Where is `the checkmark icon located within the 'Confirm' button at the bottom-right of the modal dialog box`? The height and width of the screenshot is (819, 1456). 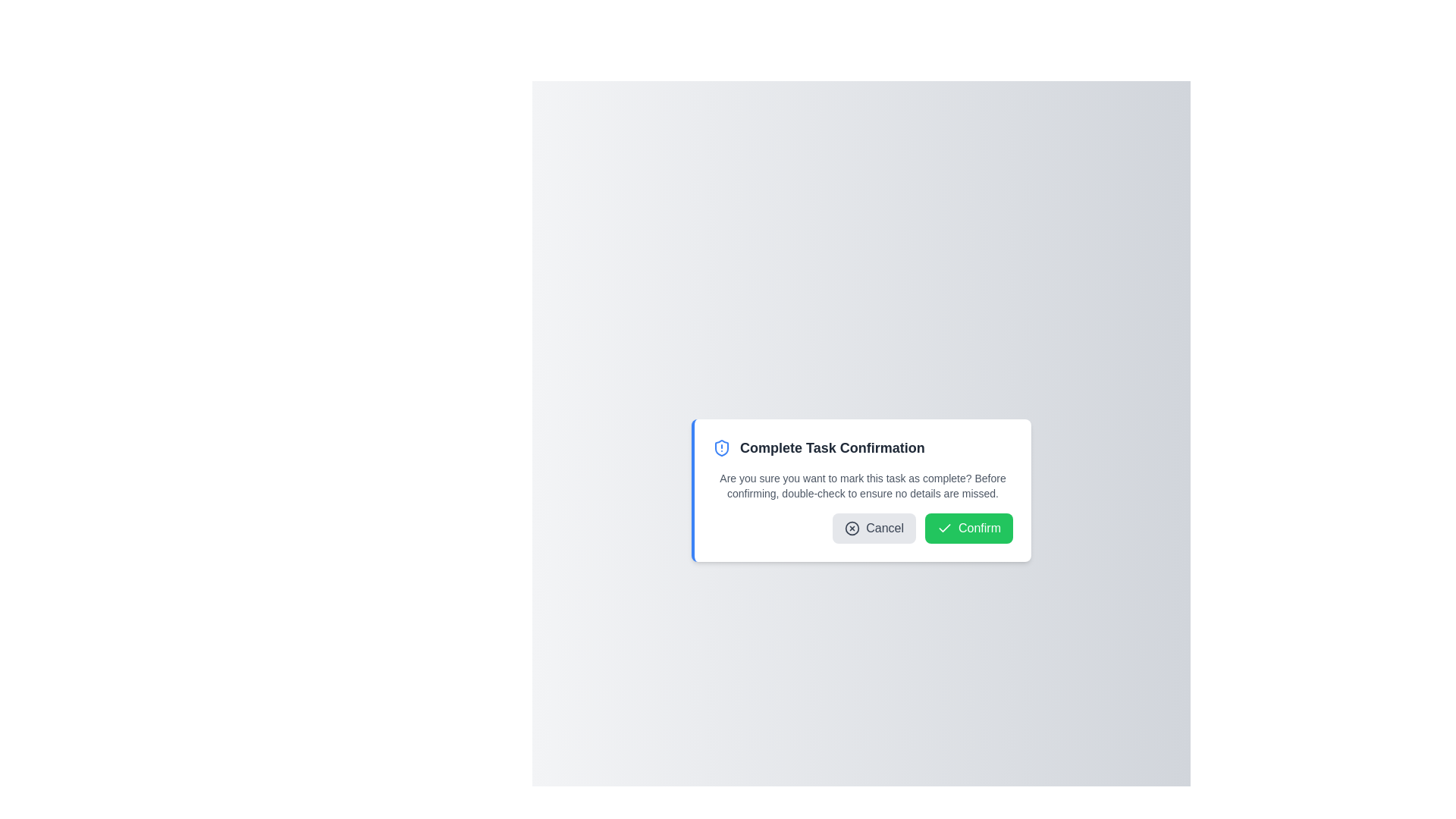
the checkmark icon located within the 'Confirm' button at the bottom-right of the modal dialog box is located at coordinates (943, 528).